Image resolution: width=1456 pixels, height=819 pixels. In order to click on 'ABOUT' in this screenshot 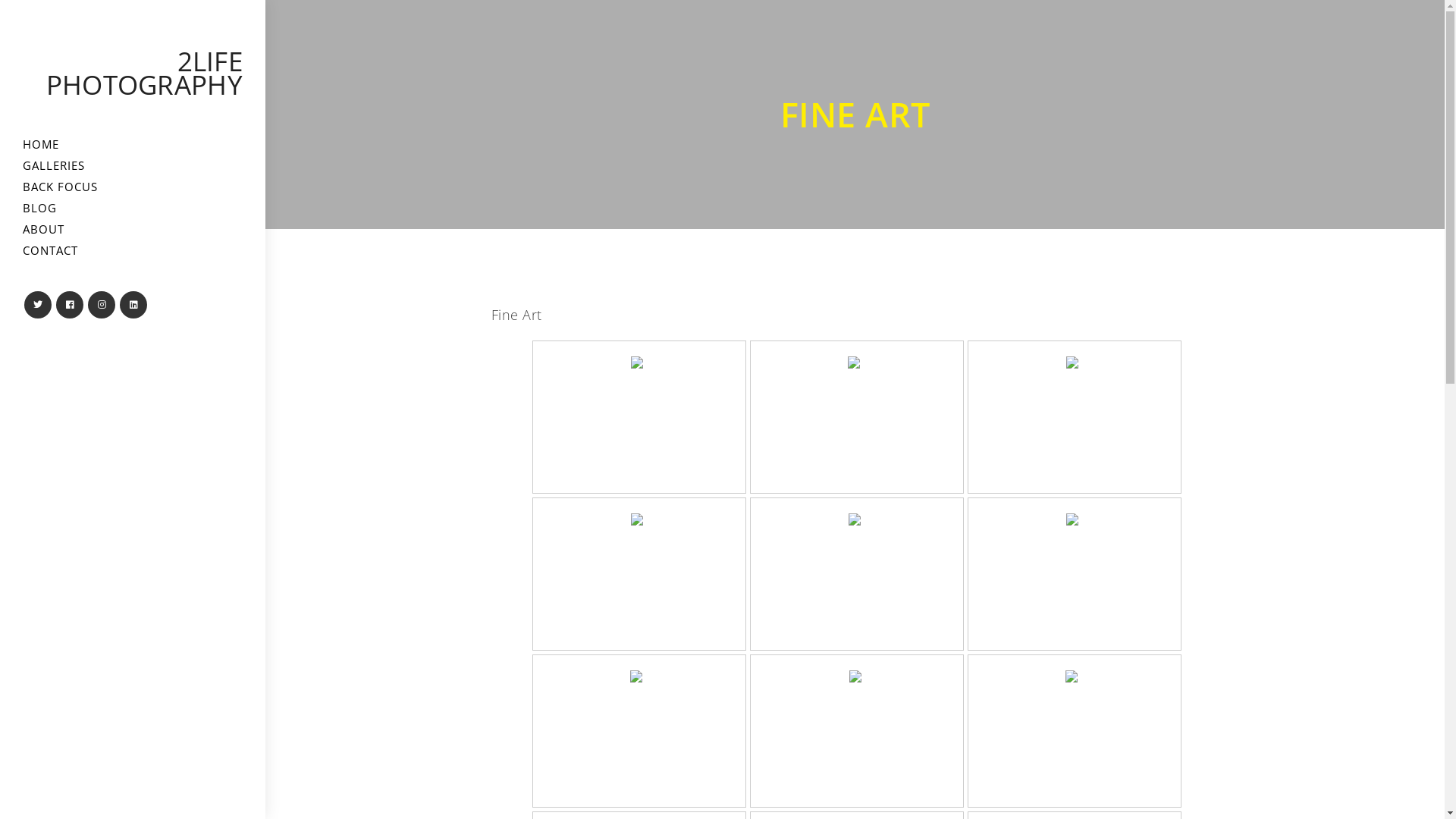, I will do `click(132, 229)`.